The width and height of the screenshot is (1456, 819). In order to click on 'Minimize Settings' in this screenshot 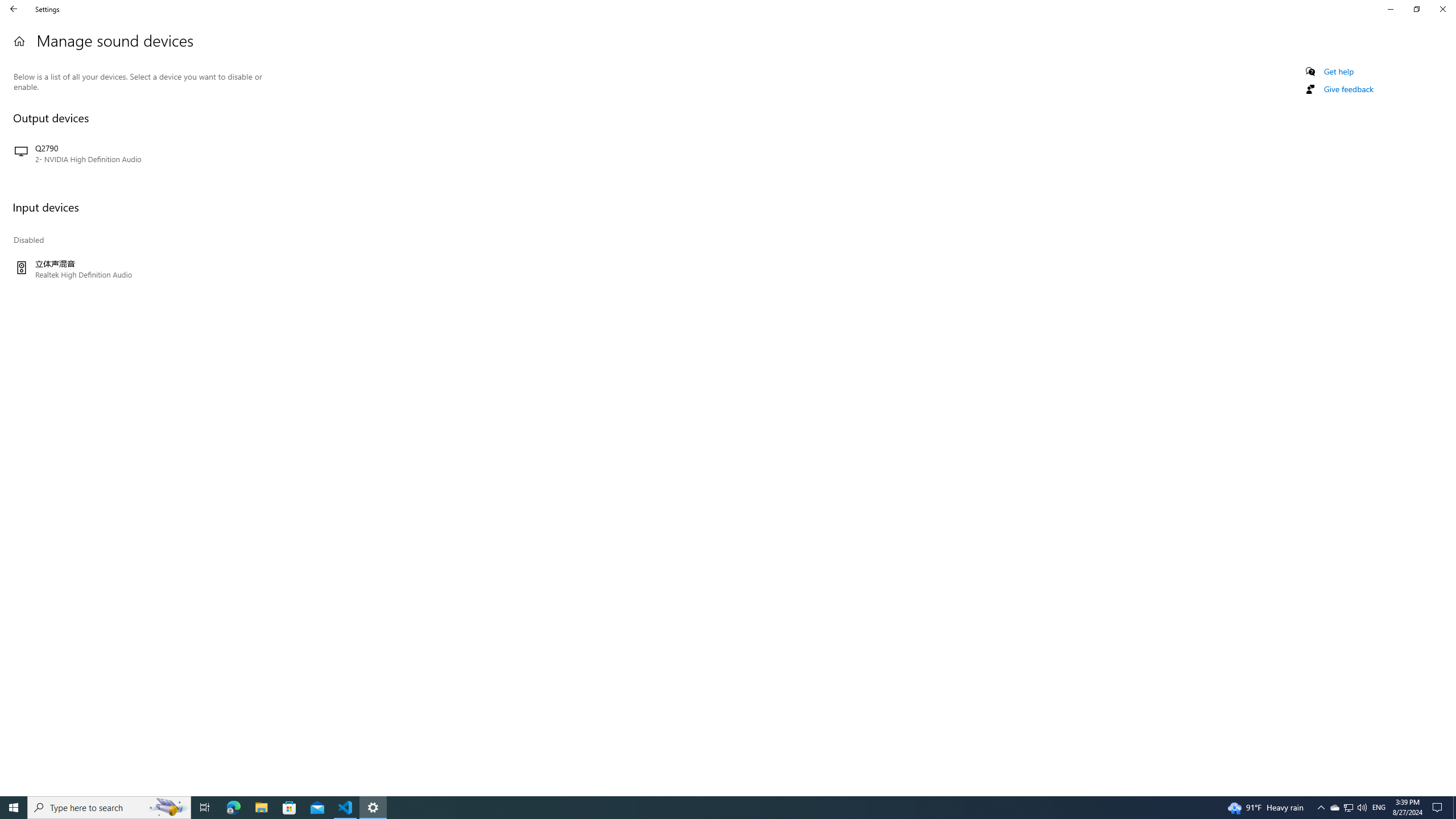, I will do `click(1389, 9)`.